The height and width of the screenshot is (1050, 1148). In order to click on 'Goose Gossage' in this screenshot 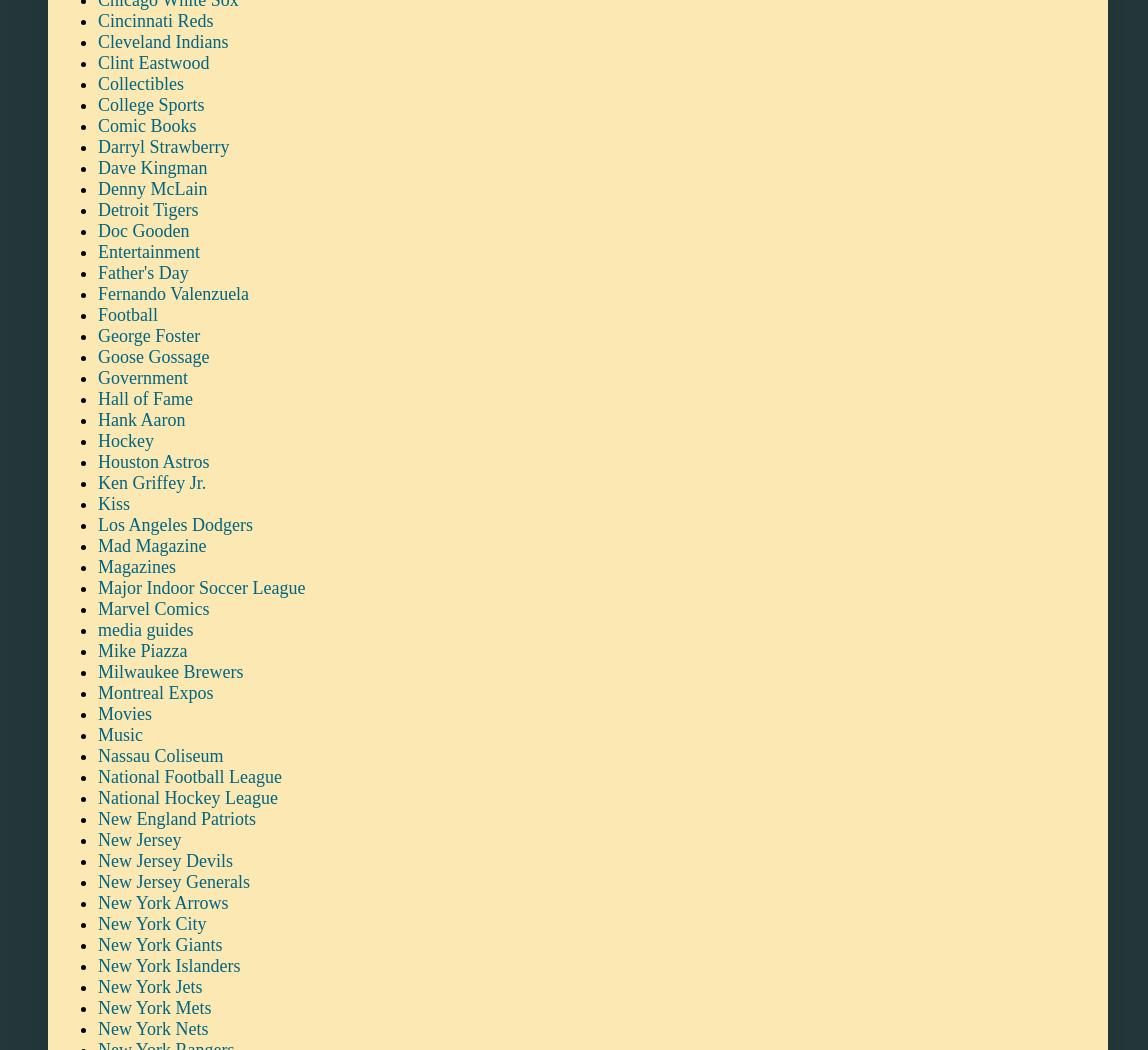, I will do `click(152, 354)`.